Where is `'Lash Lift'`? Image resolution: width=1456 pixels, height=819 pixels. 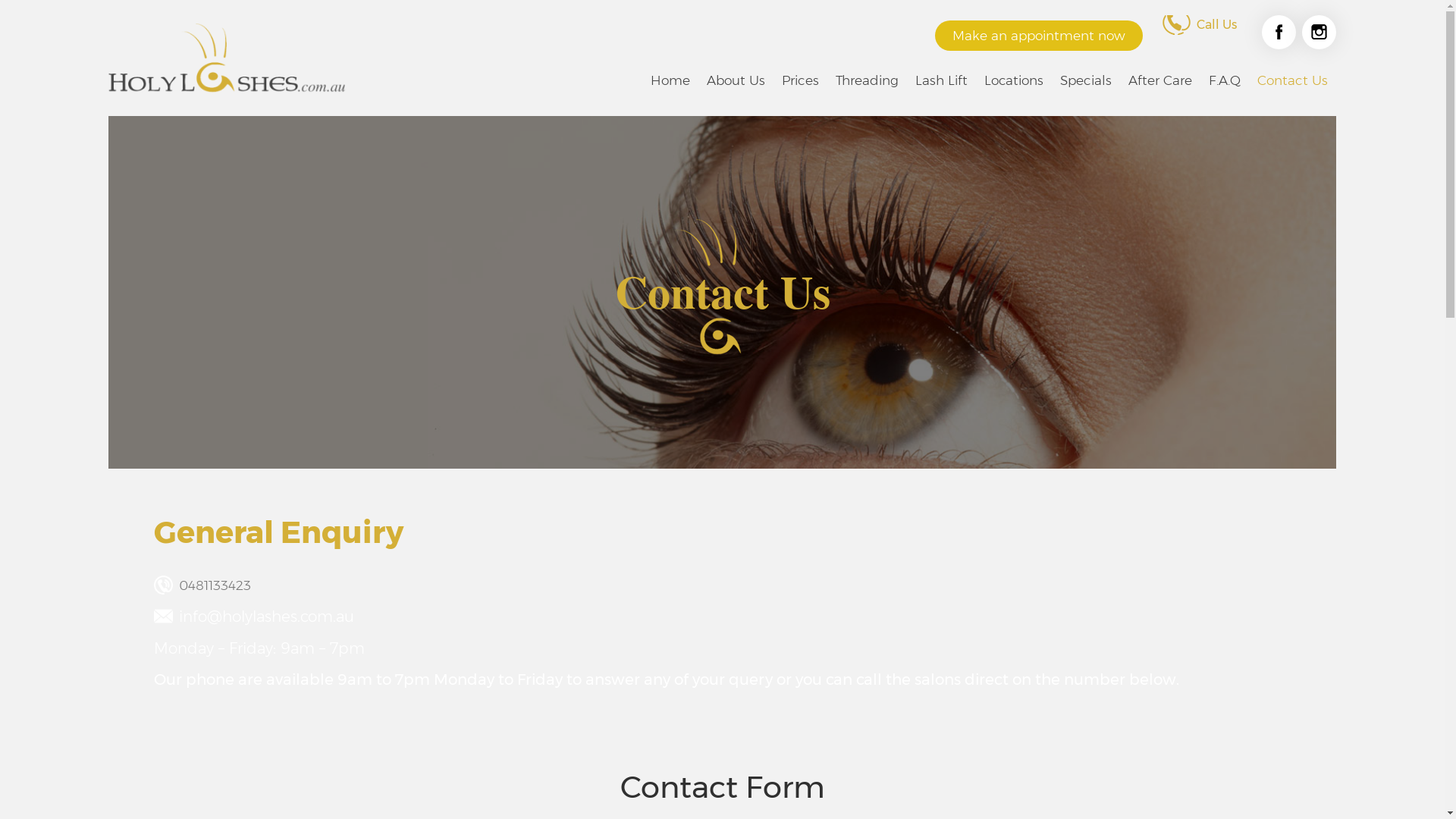 'Lash Lift' is located at coordinates (906, 80).